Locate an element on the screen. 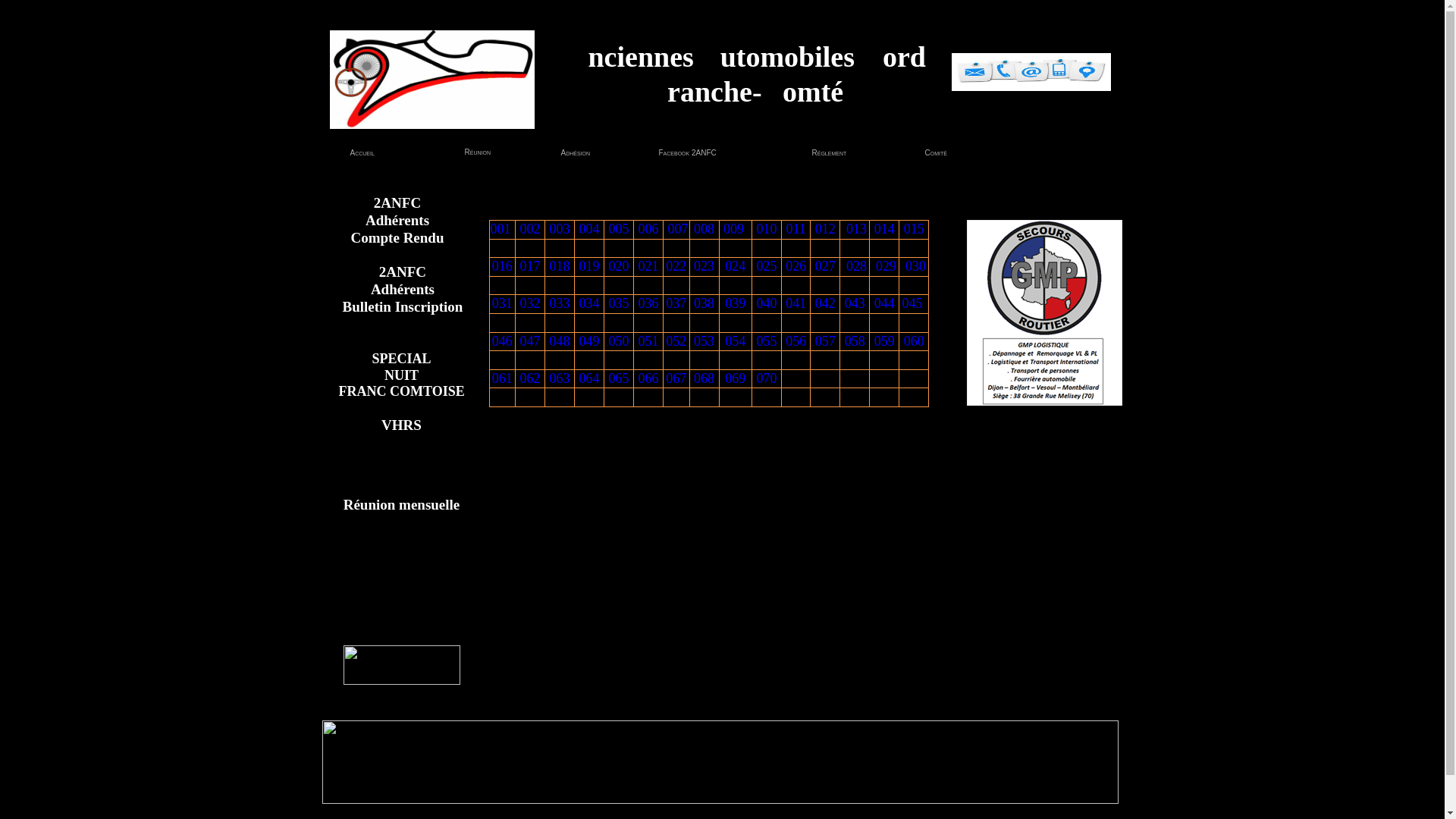 The width and height of the screenshot is (1456, 819). '022' is located at coordinates (675, 265).